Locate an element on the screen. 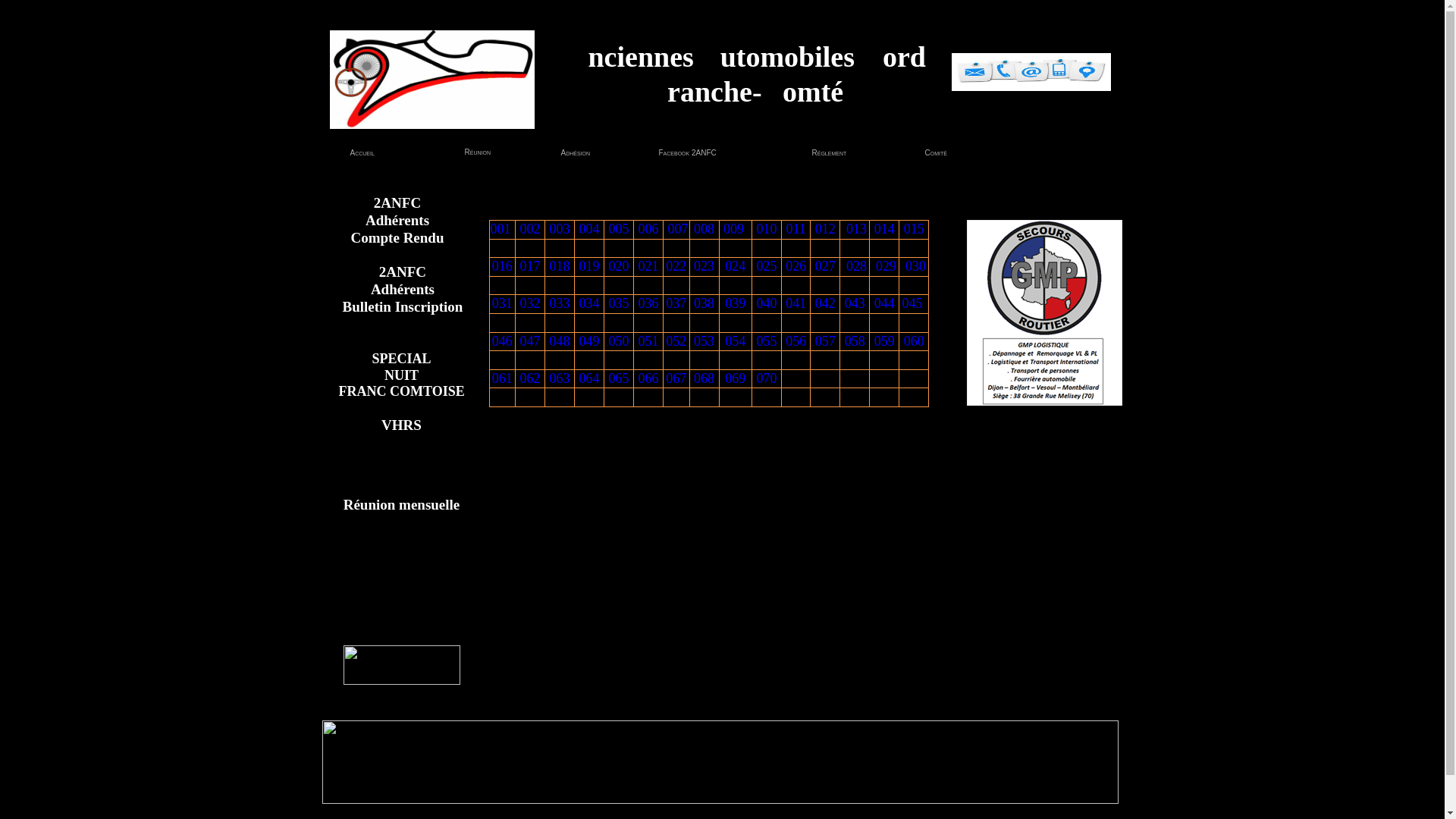 The width and height of the screenshot is (1456, 819). '022' is located at coordinates (675, 265).